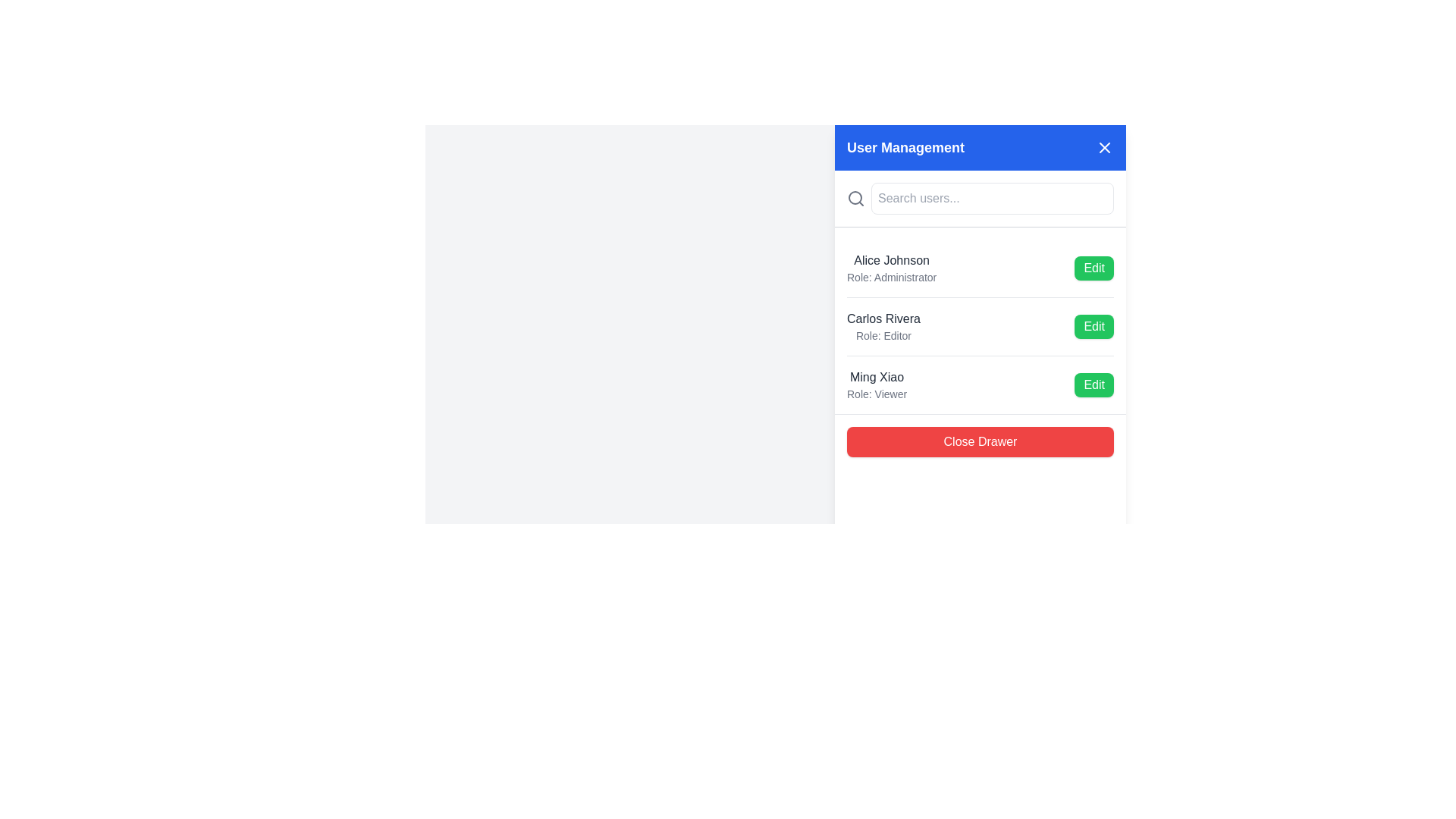 This screenshot has height=819, width=1456. What do you see at coordinates (980, 384) in the screenshot?
I see `the user item element in the User Management interface for accessibility navigation, specifically the third entry which includes the 'Edit' button` at bounding box center [980, 384].